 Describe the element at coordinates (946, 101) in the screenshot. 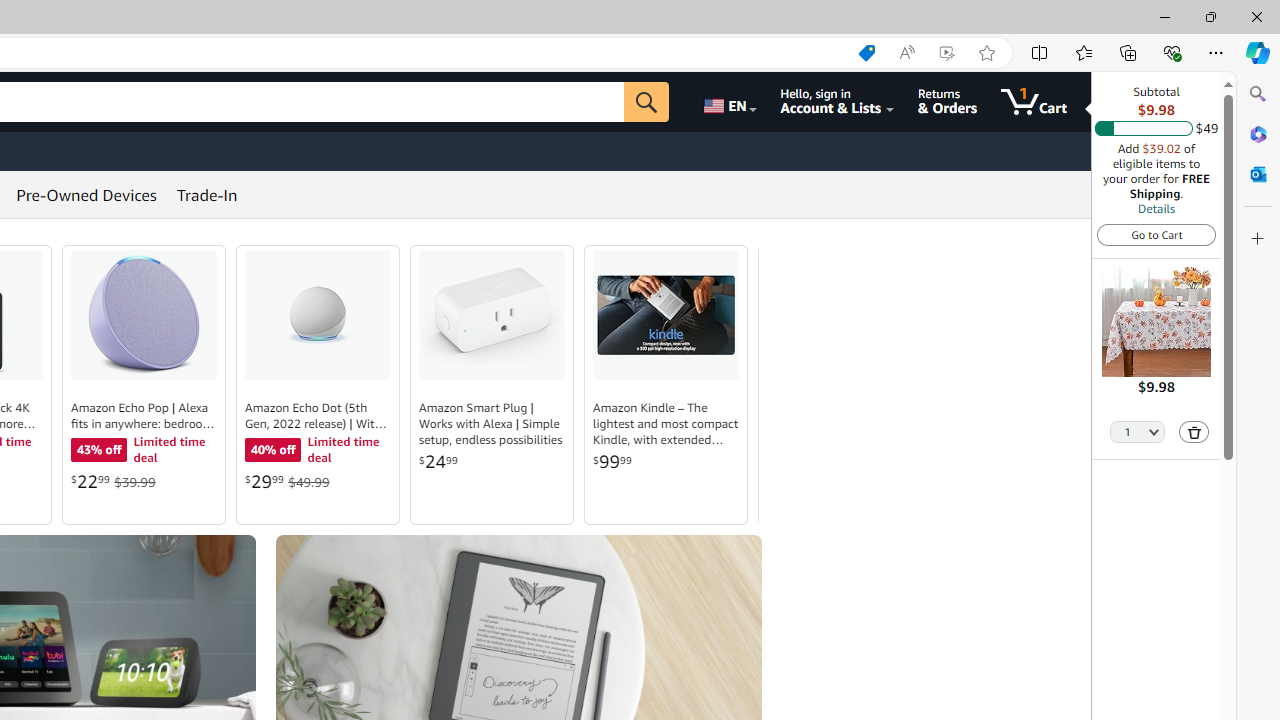

I see `'Returns & Orders'` at that location.